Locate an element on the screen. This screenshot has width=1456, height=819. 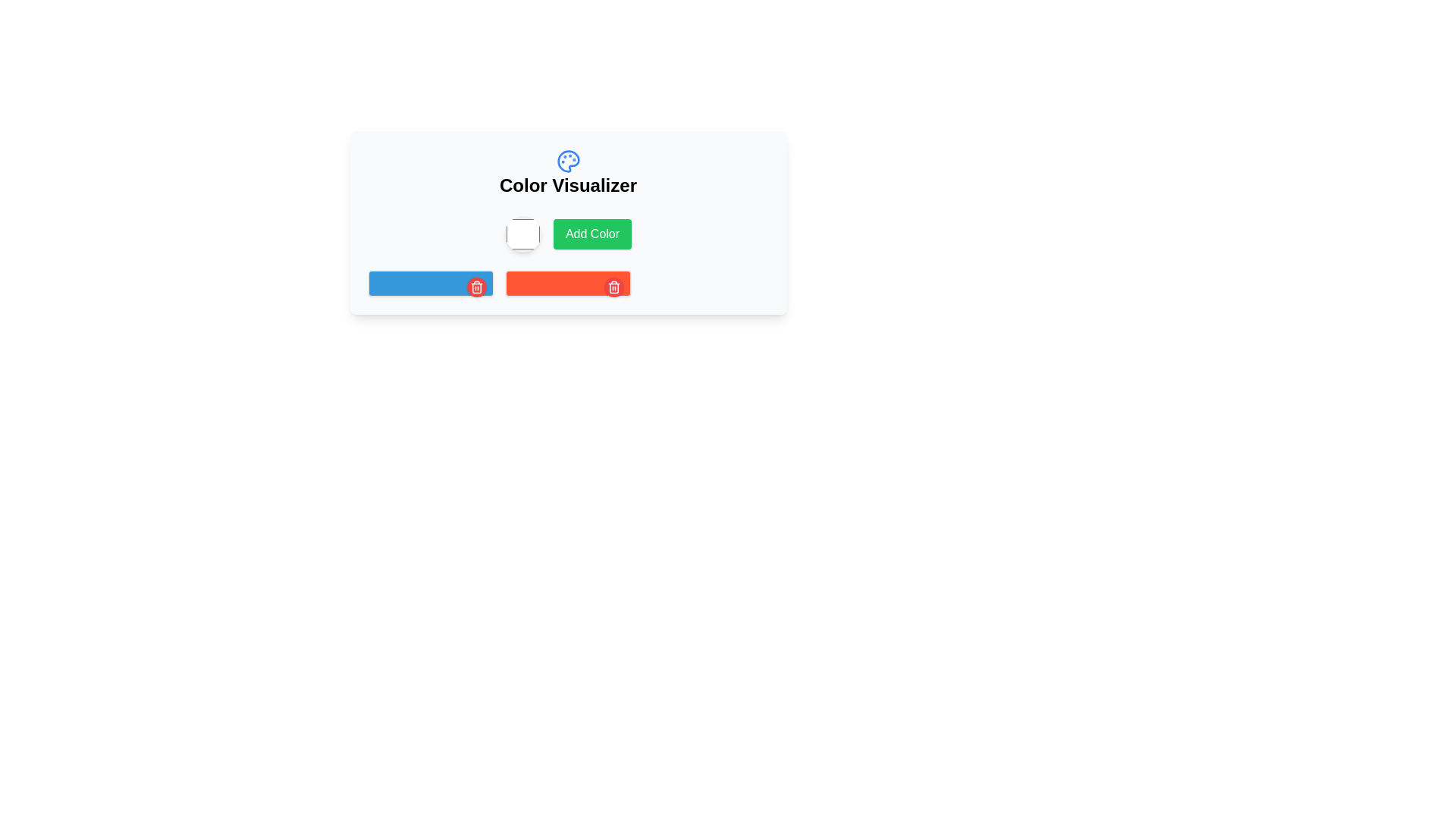
the trash bin icon with a red circular background is located at coordinates (475, 287).